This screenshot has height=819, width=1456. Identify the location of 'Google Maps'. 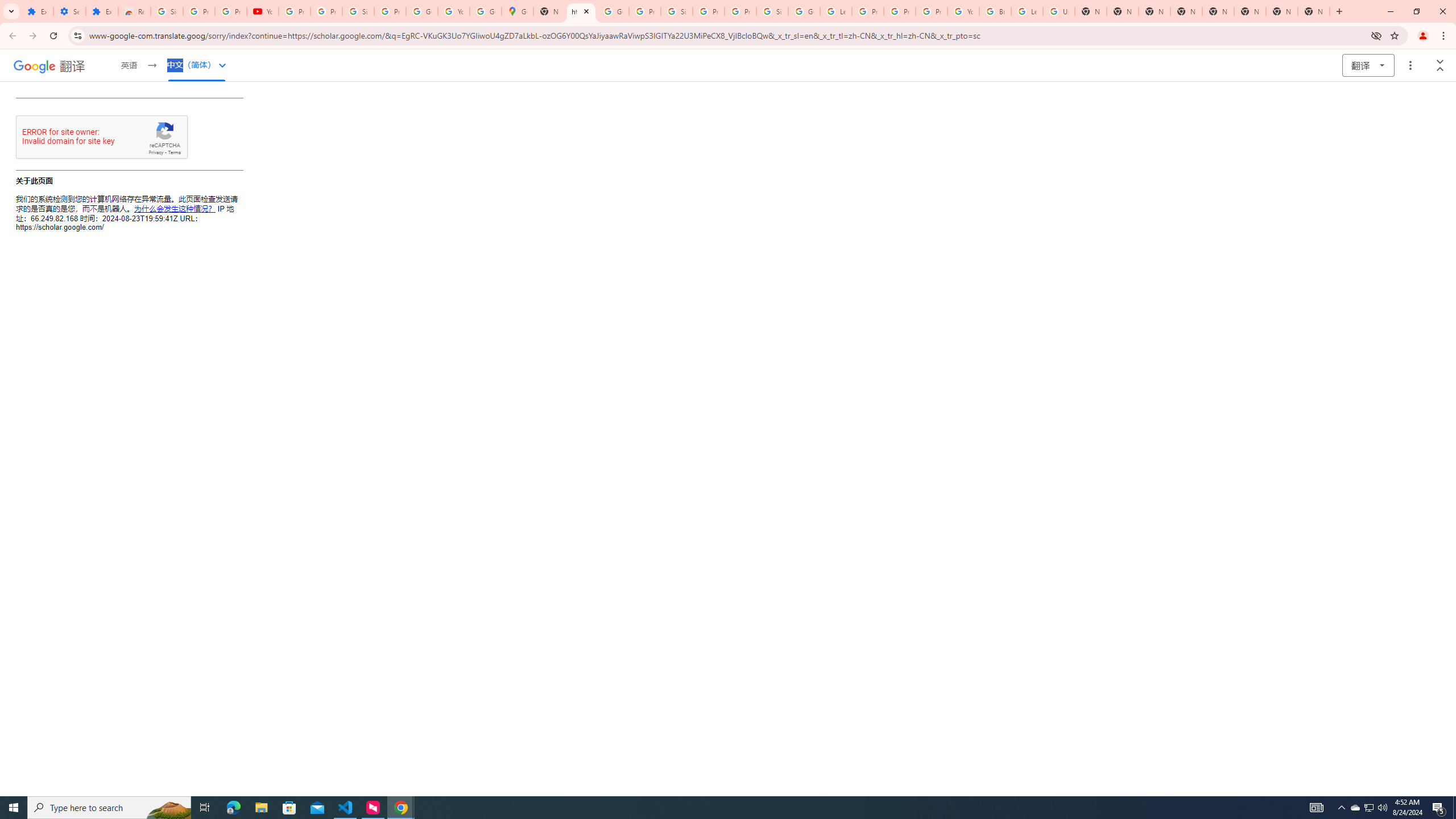
(517, 11).